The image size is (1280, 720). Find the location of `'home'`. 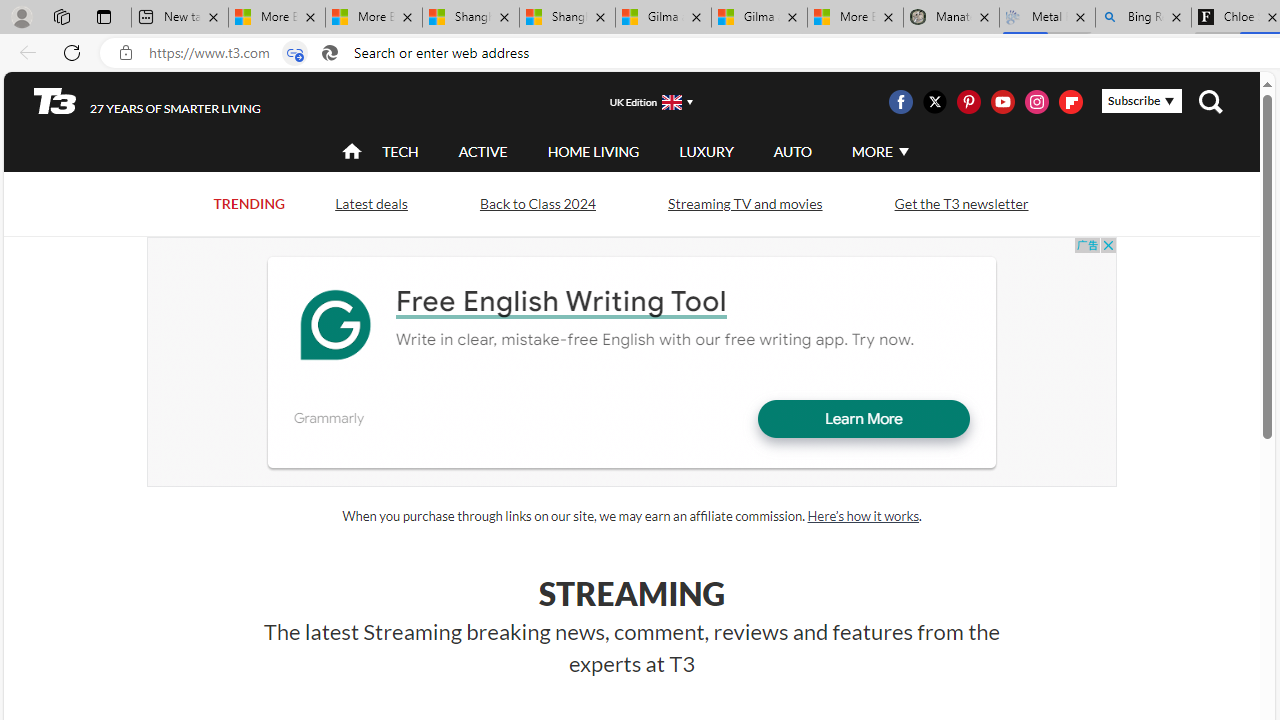

'home' is located at coordinates (352, 152).